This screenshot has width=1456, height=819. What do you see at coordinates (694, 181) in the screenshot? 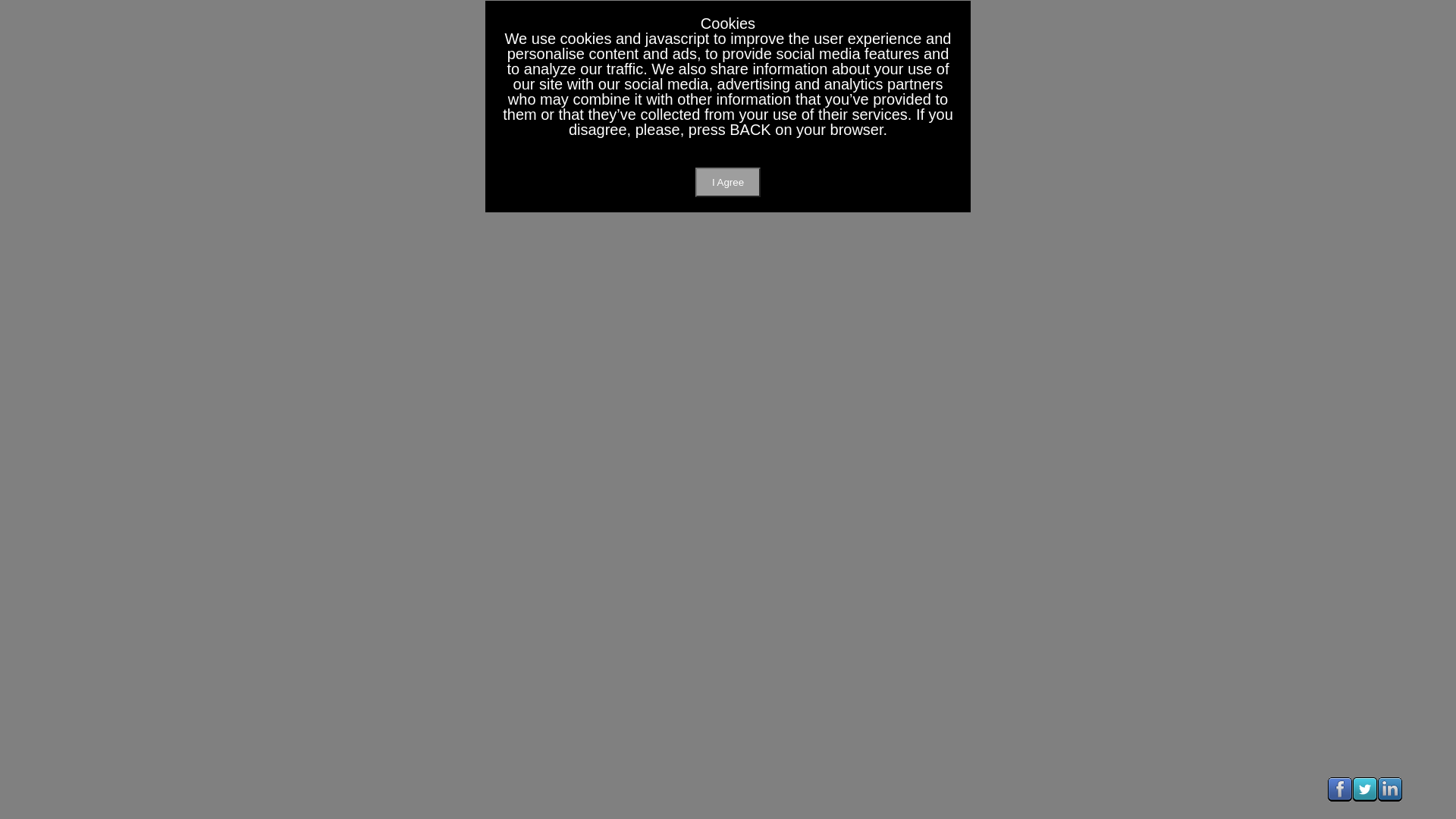
I see `'I Agree'` at bounding box center [694, 181].